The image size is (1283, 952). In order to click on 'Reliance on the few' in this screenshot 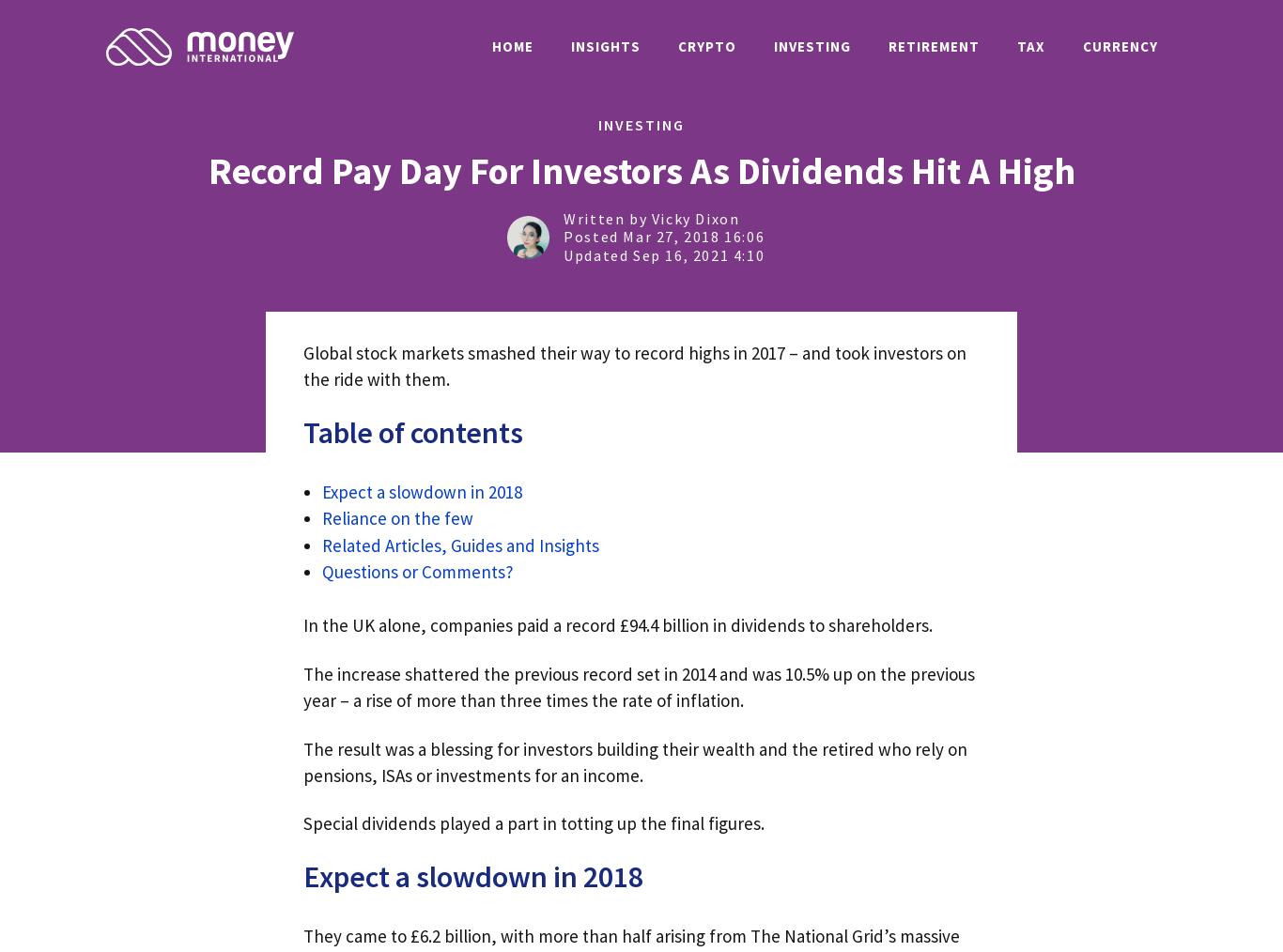, I will do `click(396, 517)`.